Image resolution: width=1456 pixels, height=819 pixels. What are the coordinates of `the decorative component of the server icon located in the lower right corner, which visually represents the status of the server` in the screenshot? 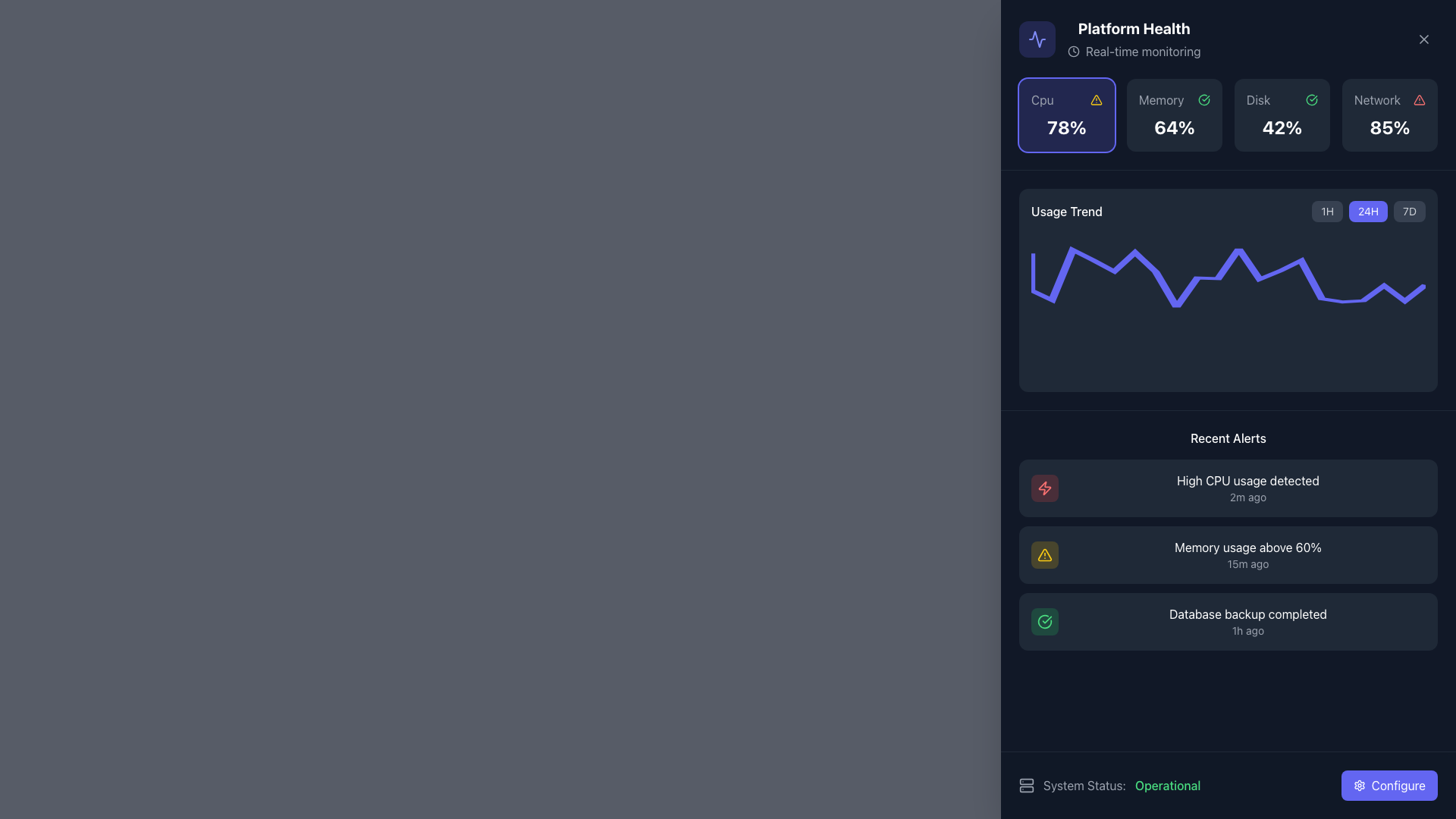 It's located at (1026, 781).